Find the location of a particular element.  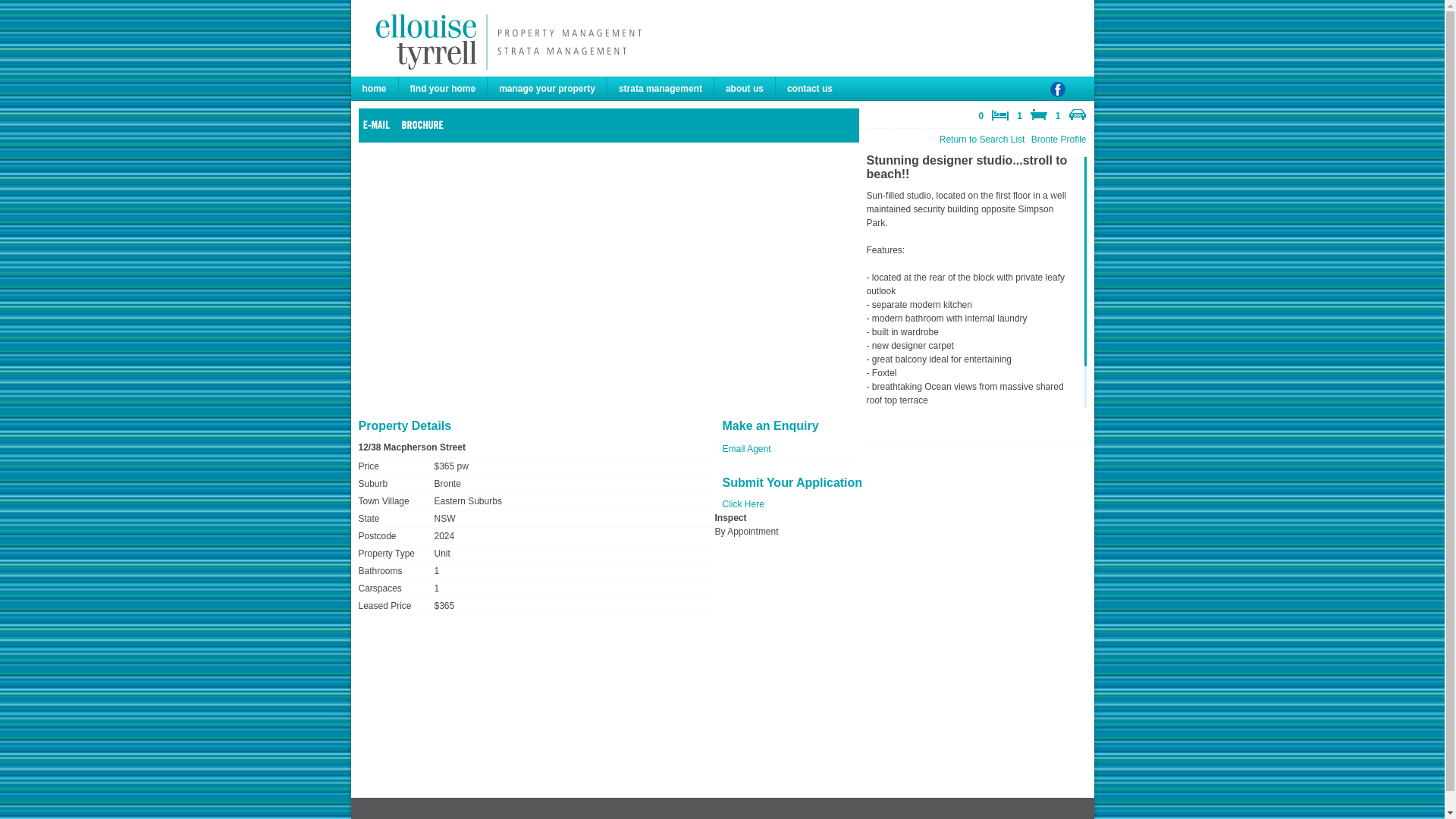

'Return to Search List' is located at coordinates (938, 140).